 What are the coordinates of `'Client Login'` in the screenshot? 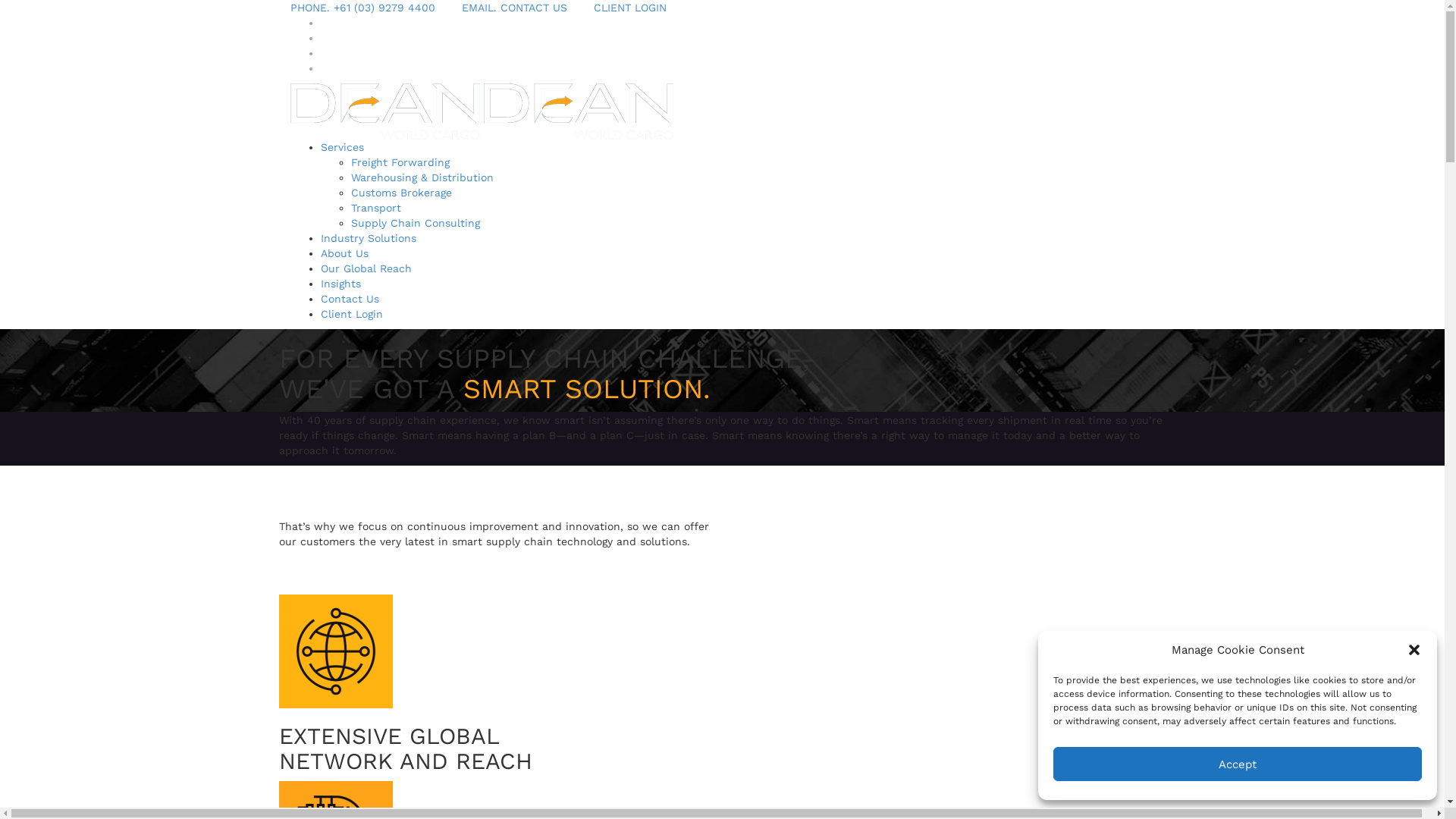 It's located at (350, 312).